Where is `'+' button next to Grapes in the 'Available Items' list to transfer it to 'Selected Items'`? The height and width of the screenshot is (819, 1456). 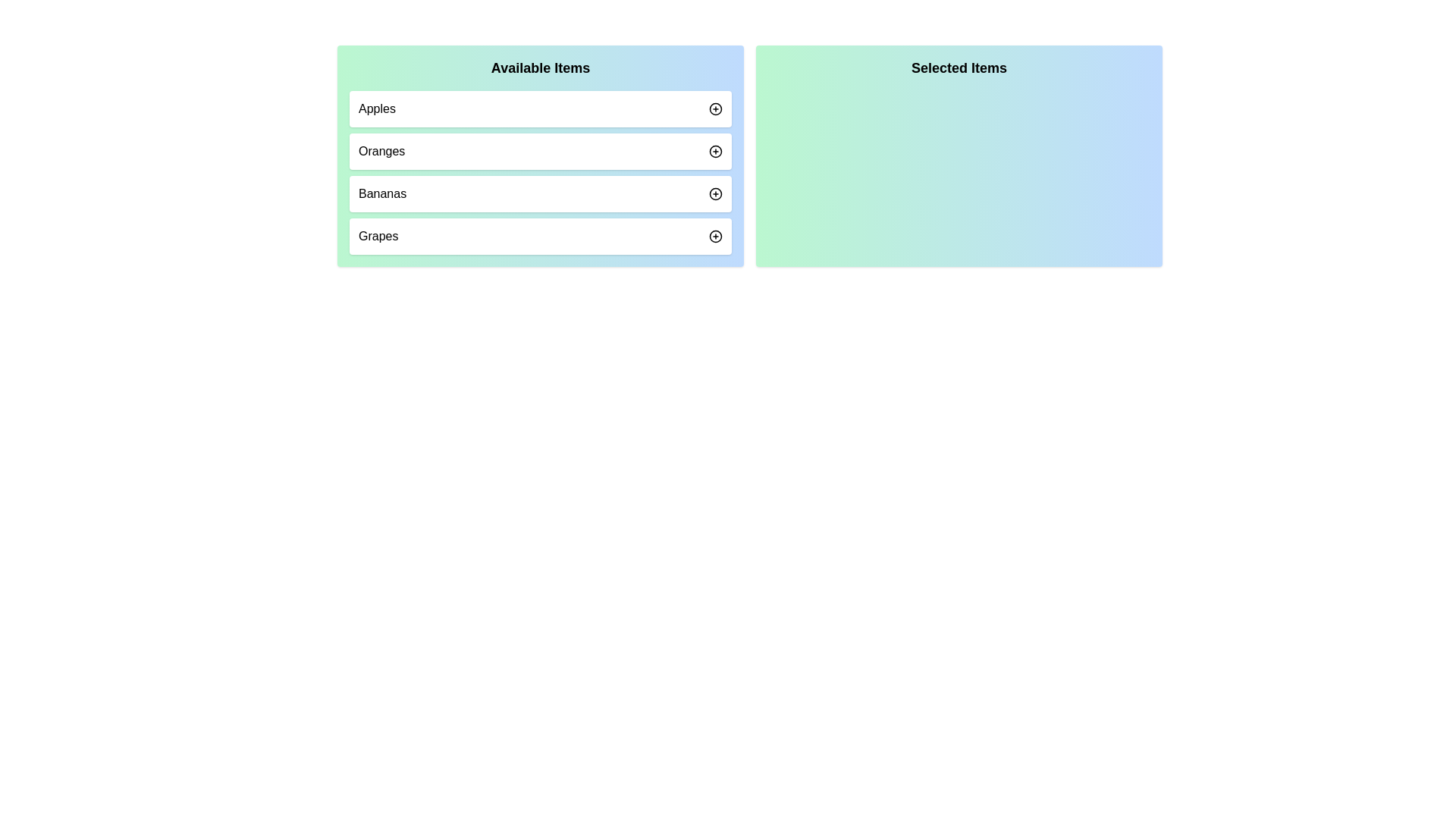
'+' button next to Grapes in the 'Available Items' list to transfer it to 'Selected Items' is located at coordinates (715, 237).